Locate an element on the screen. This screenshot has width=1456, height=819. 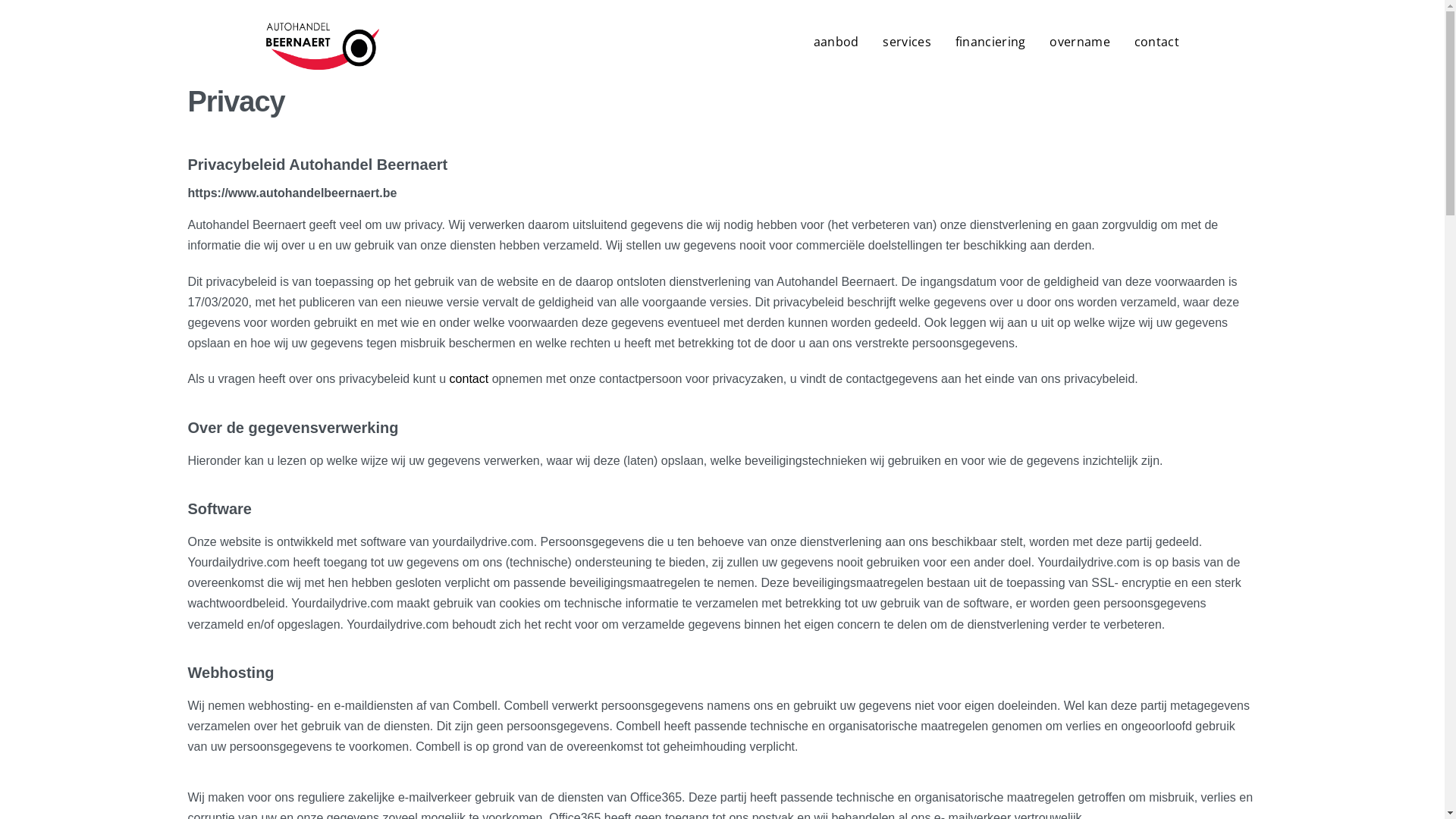
'contact' is located at coordinates (469, 378).